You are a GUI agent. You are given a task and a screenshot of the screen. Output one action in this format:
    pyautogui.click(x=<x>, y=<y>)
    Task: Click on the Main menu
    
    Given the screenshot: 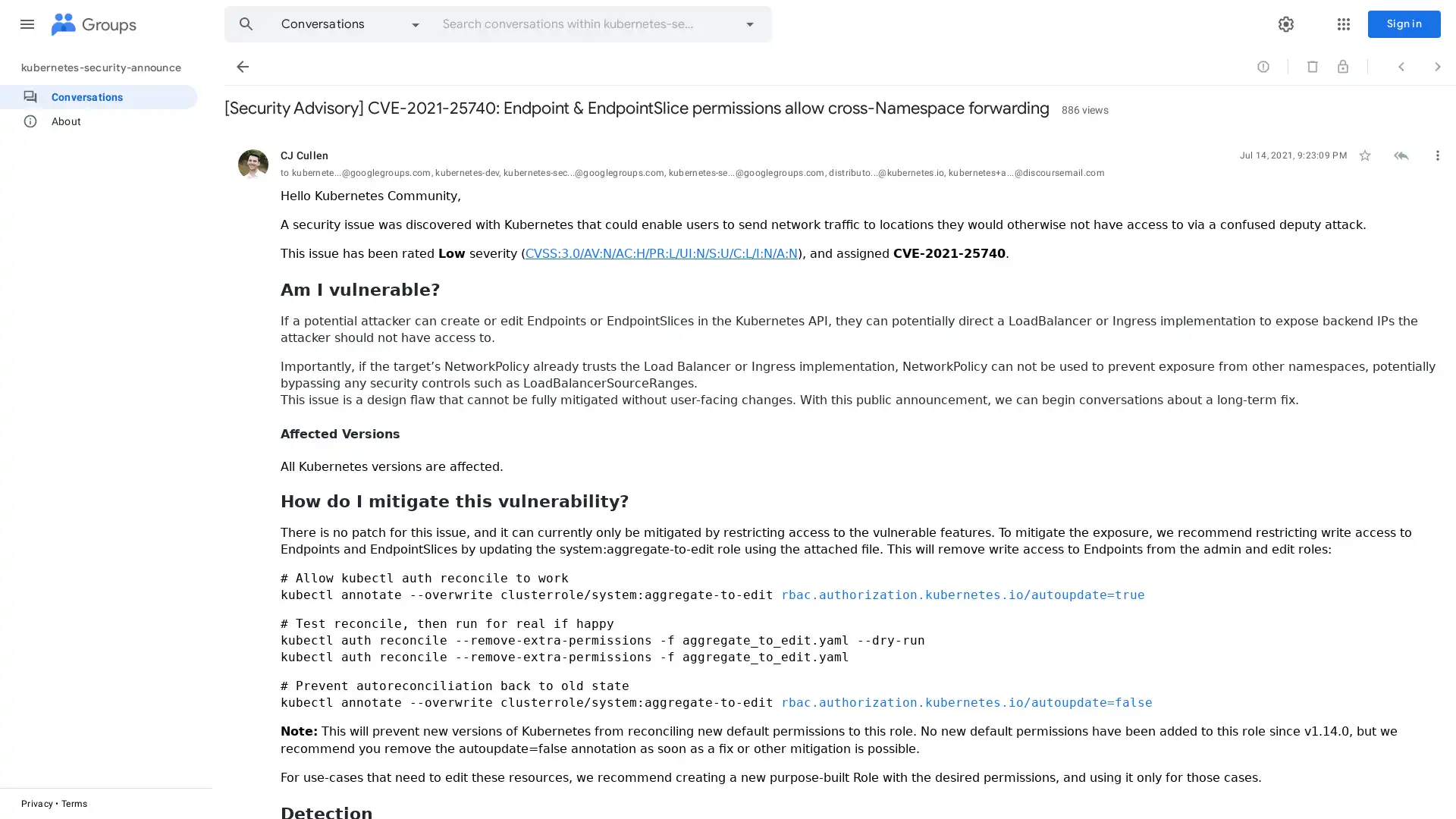 What is the action you would take?
    pyautogui.click(x=27, y=24)
    